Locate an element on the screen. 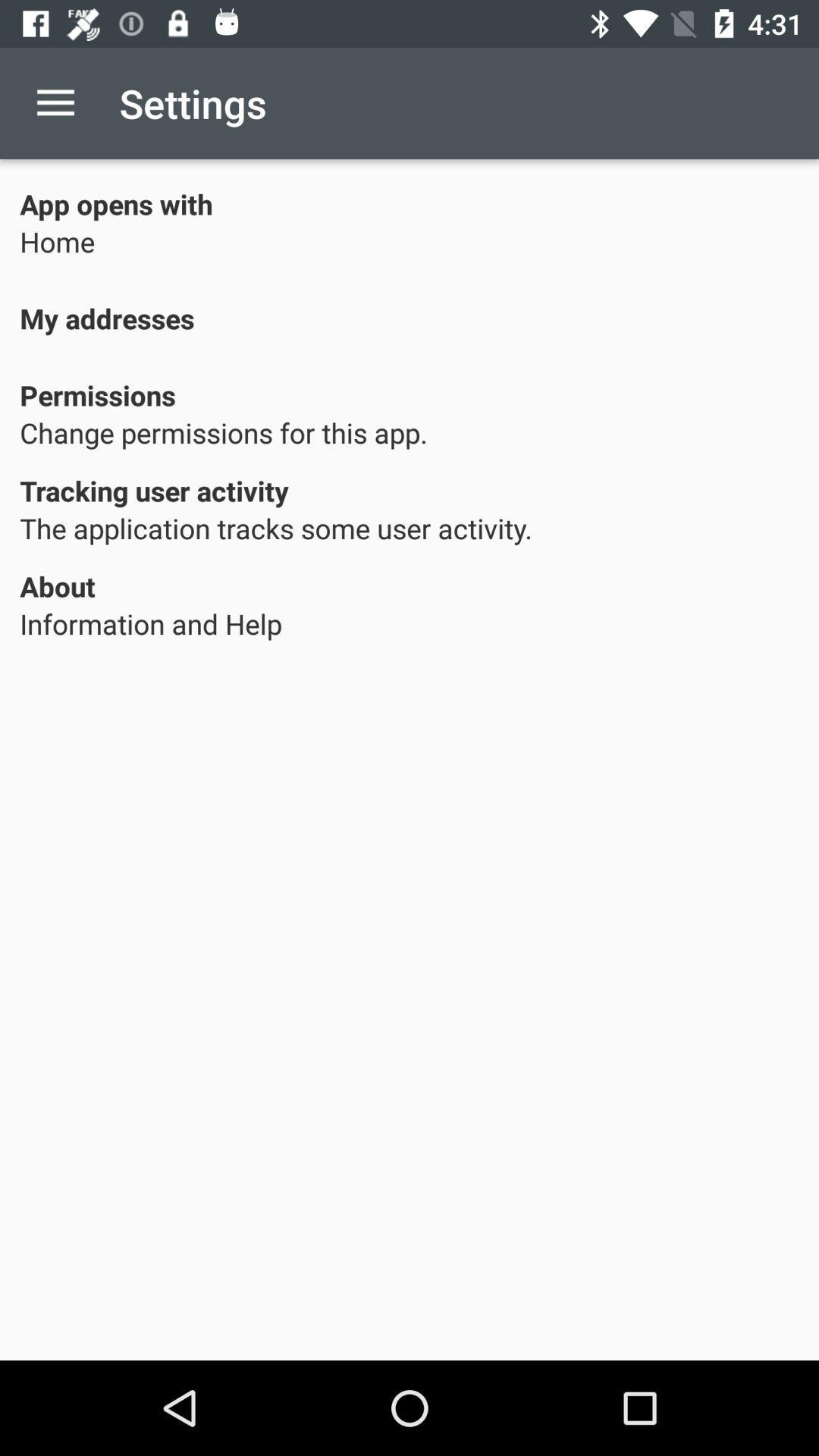  the item next to the settings is located at coordinates (55, 102).